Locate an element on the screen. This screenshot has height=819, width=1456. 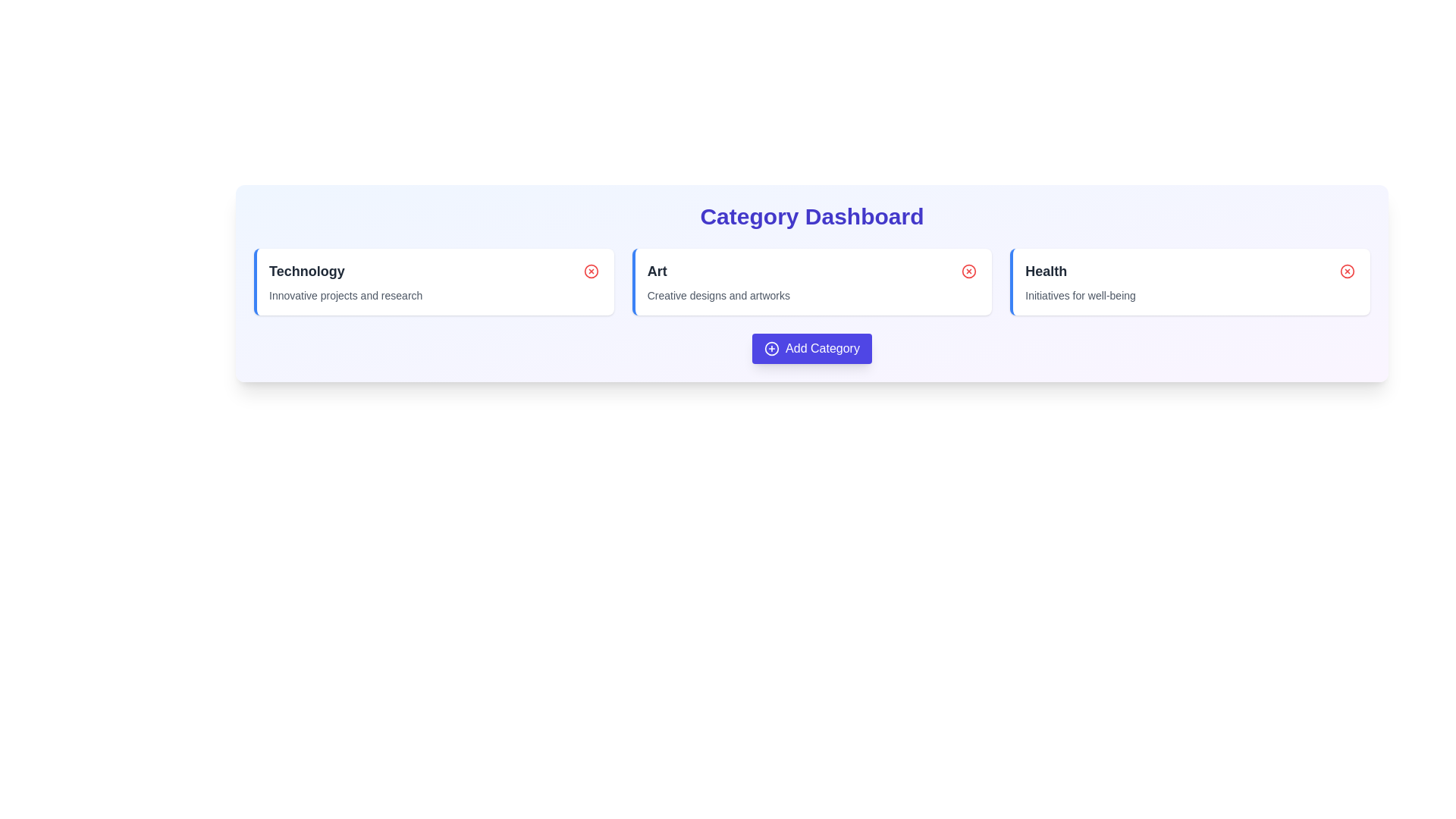
the 'Technology' text label located in the top-left section of the first card, which categorizes the card's content is located at coordinates (306, 271).